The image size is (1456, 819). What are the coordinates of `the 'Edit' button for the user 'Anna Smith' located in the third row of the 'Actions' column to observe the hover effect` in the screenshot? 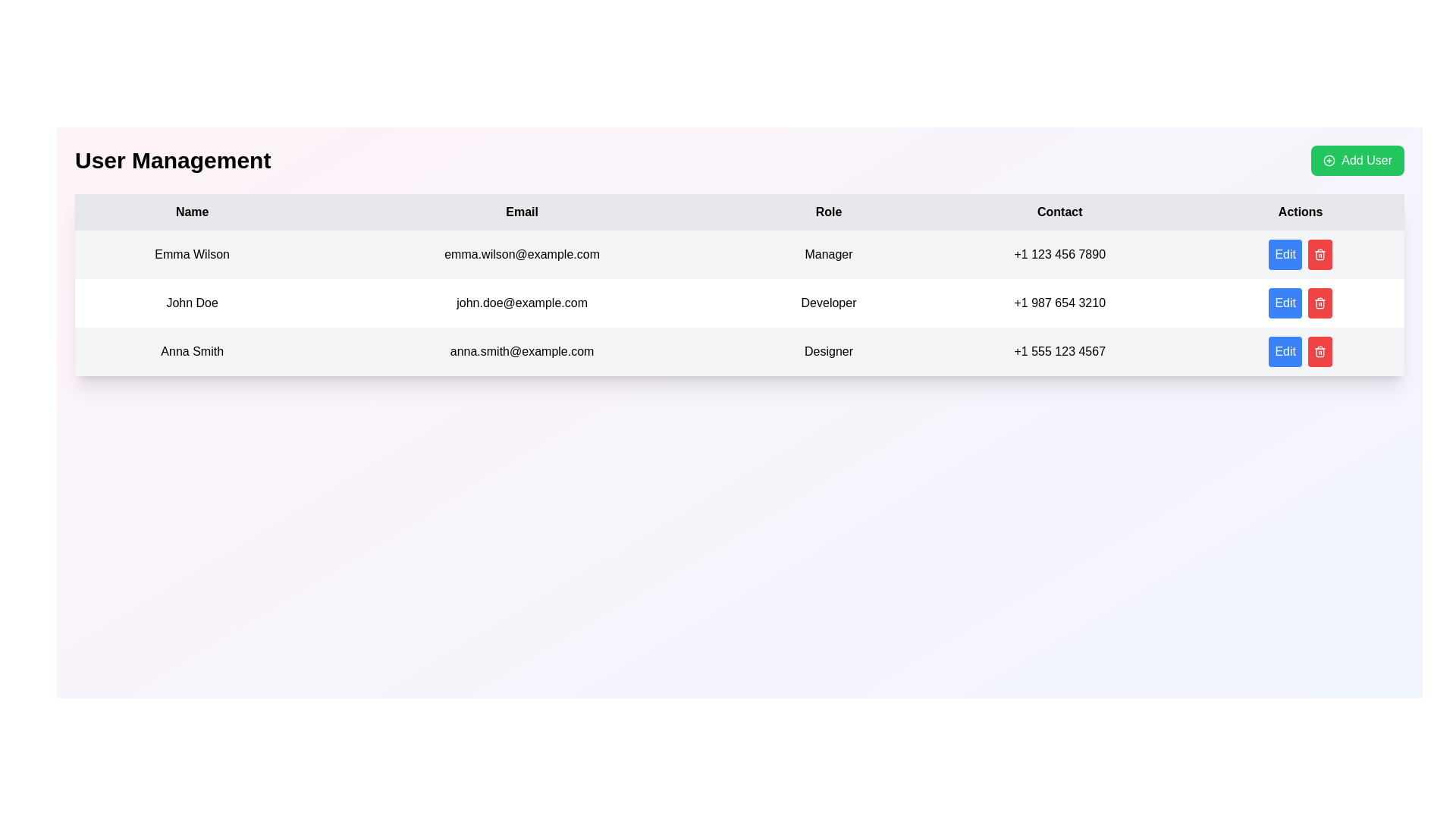 It's located at (1285, 351).